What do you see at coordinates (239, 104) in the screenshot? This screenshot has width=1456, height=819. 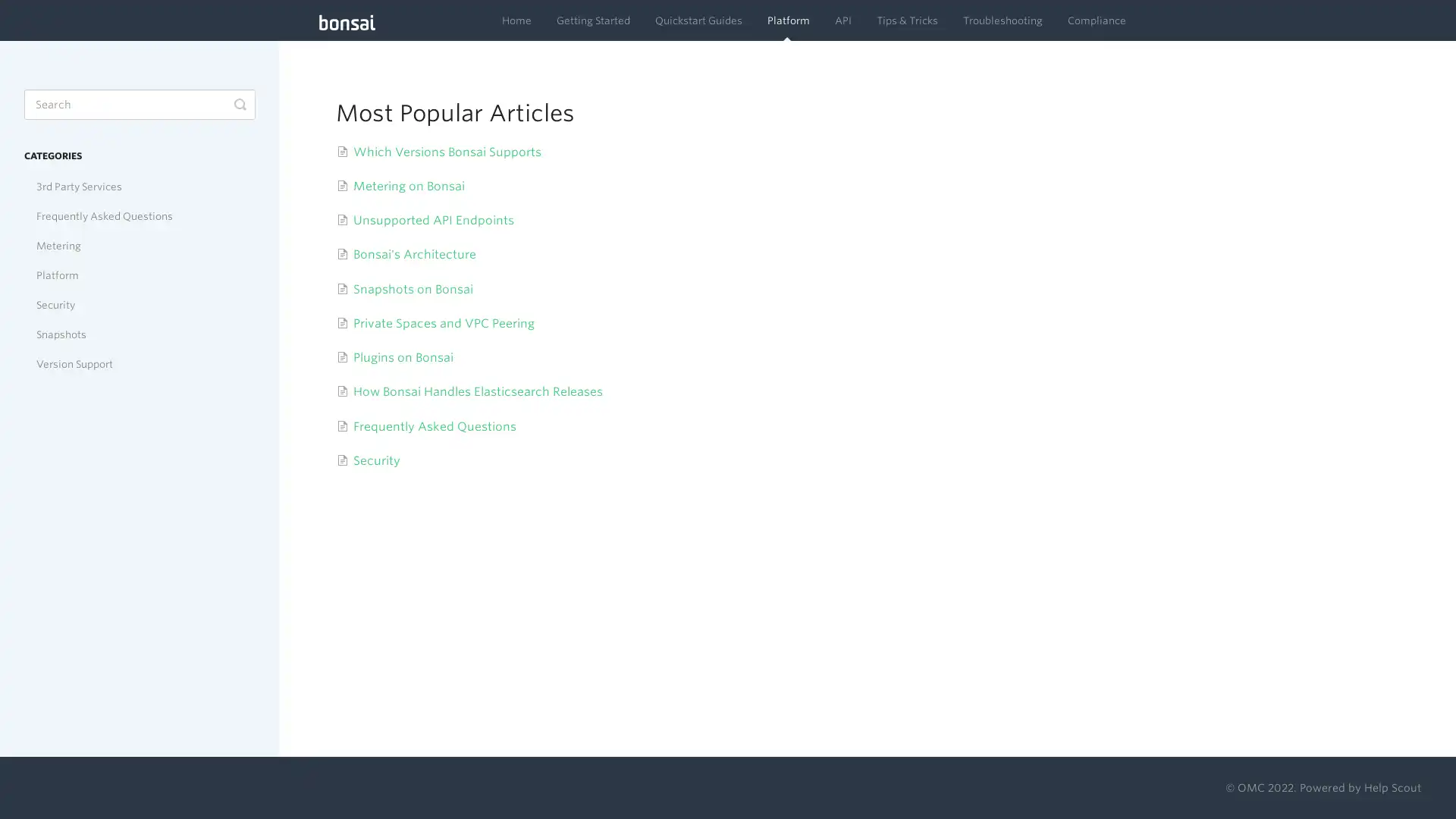 I see `Toggle Search` at bounding box center [239, 104].